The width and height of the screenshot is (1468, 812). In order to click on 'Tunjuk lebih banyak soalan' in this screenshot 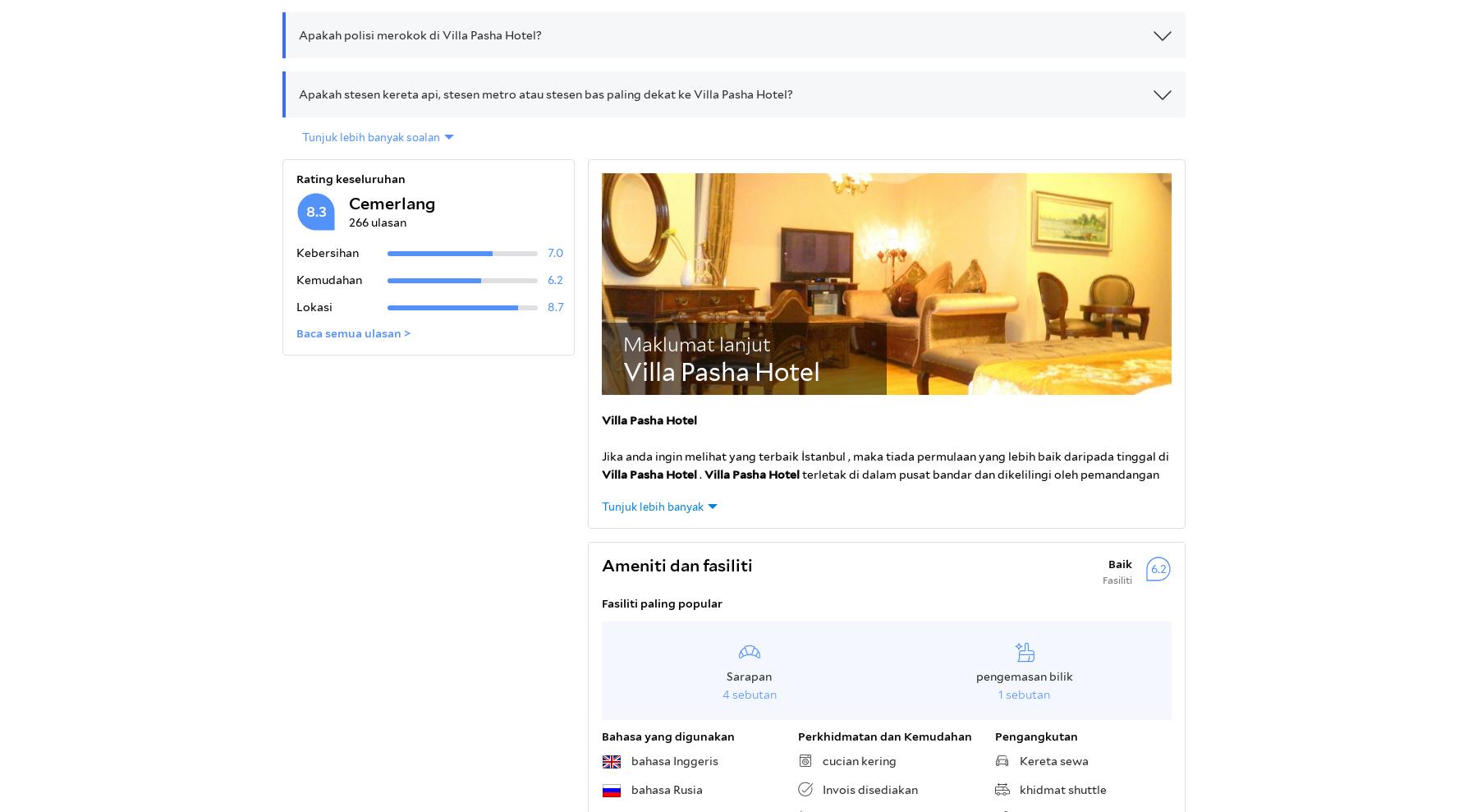, I will do `click(371, 137)`.